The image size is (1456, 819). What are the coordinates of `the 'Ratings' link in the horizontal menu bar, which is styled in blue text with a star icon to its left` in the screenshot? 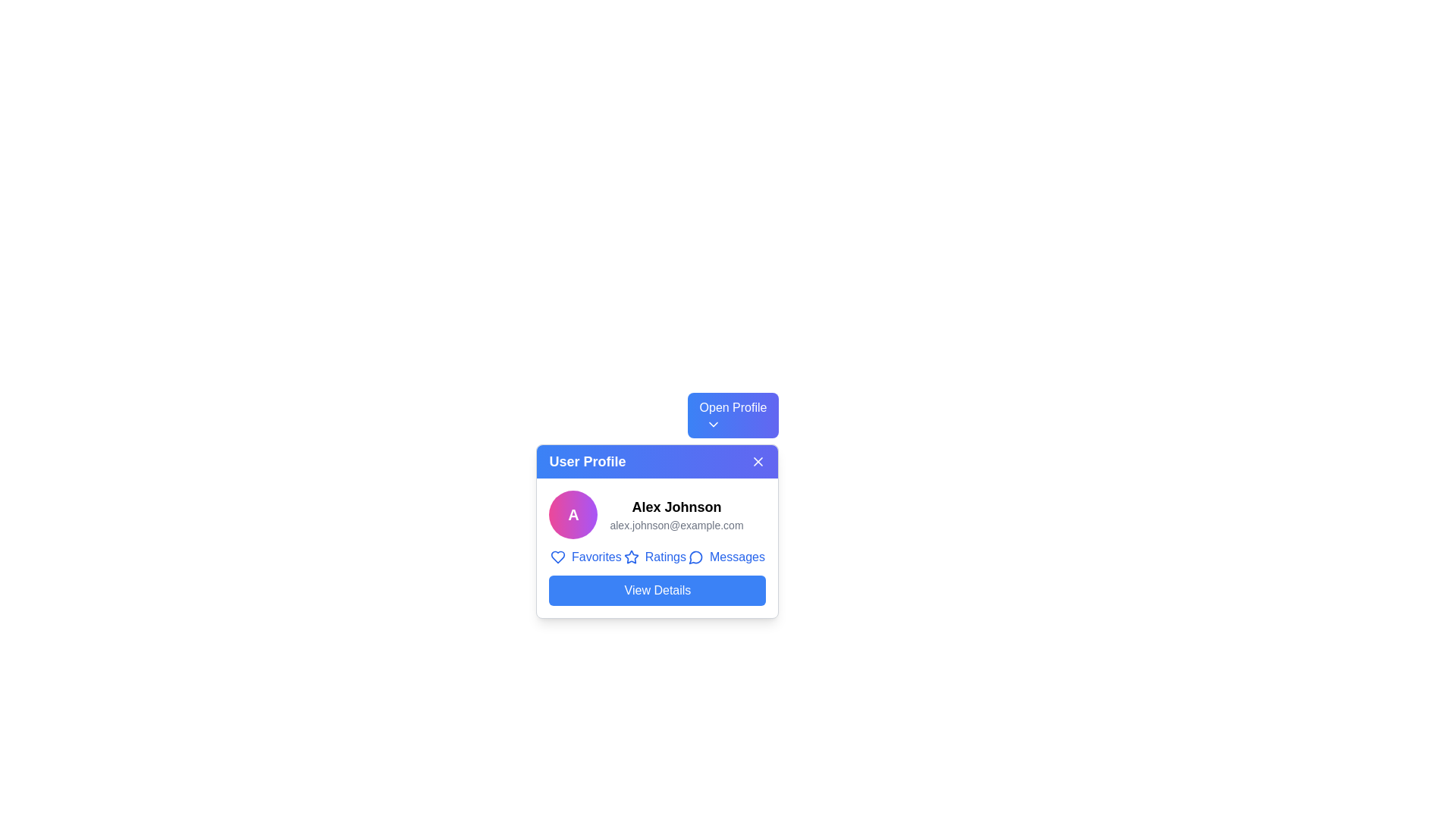 It's located at (654, 557).